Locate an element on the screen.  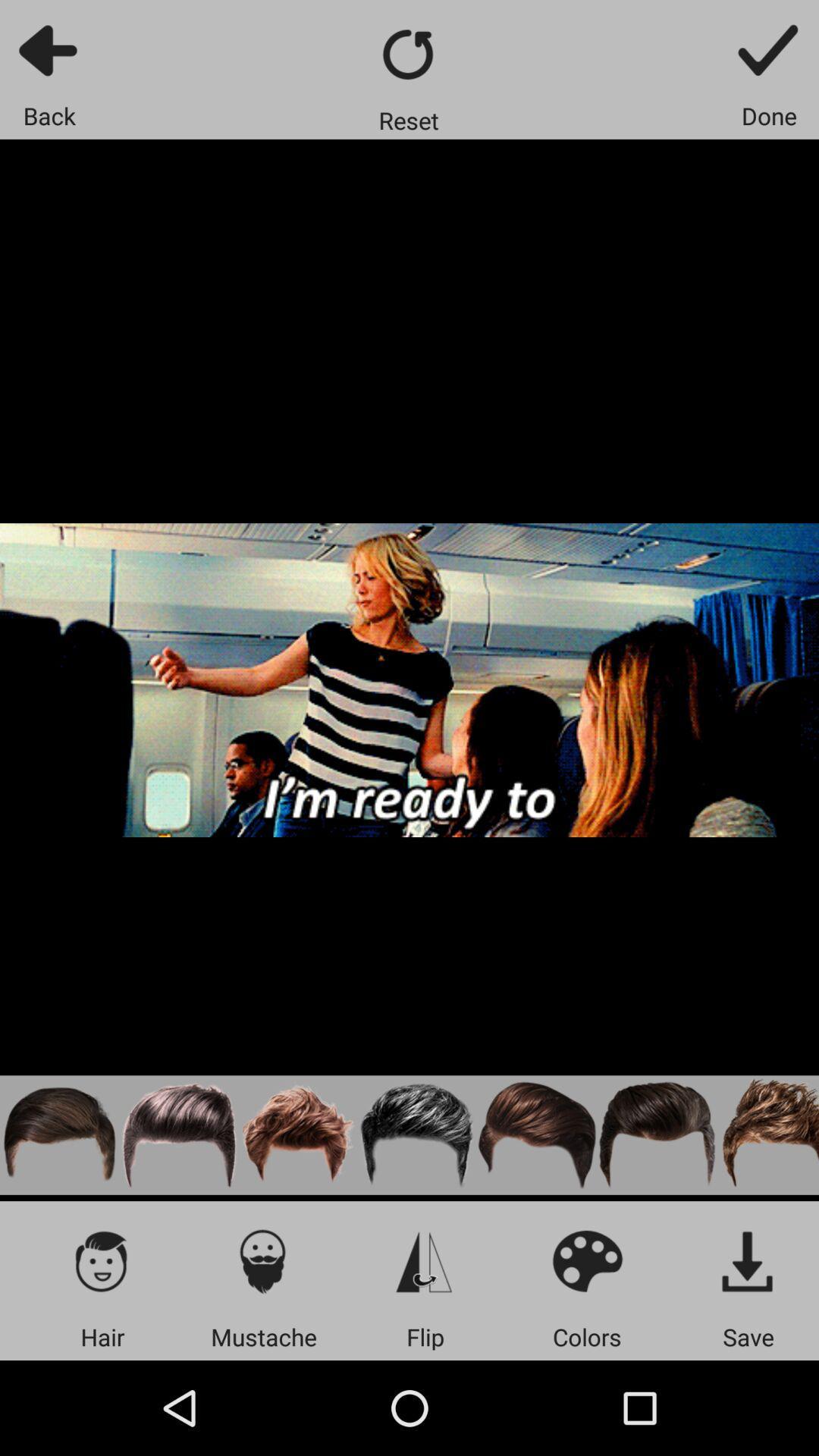
image hair setting is located at coordinates (298, 1135).